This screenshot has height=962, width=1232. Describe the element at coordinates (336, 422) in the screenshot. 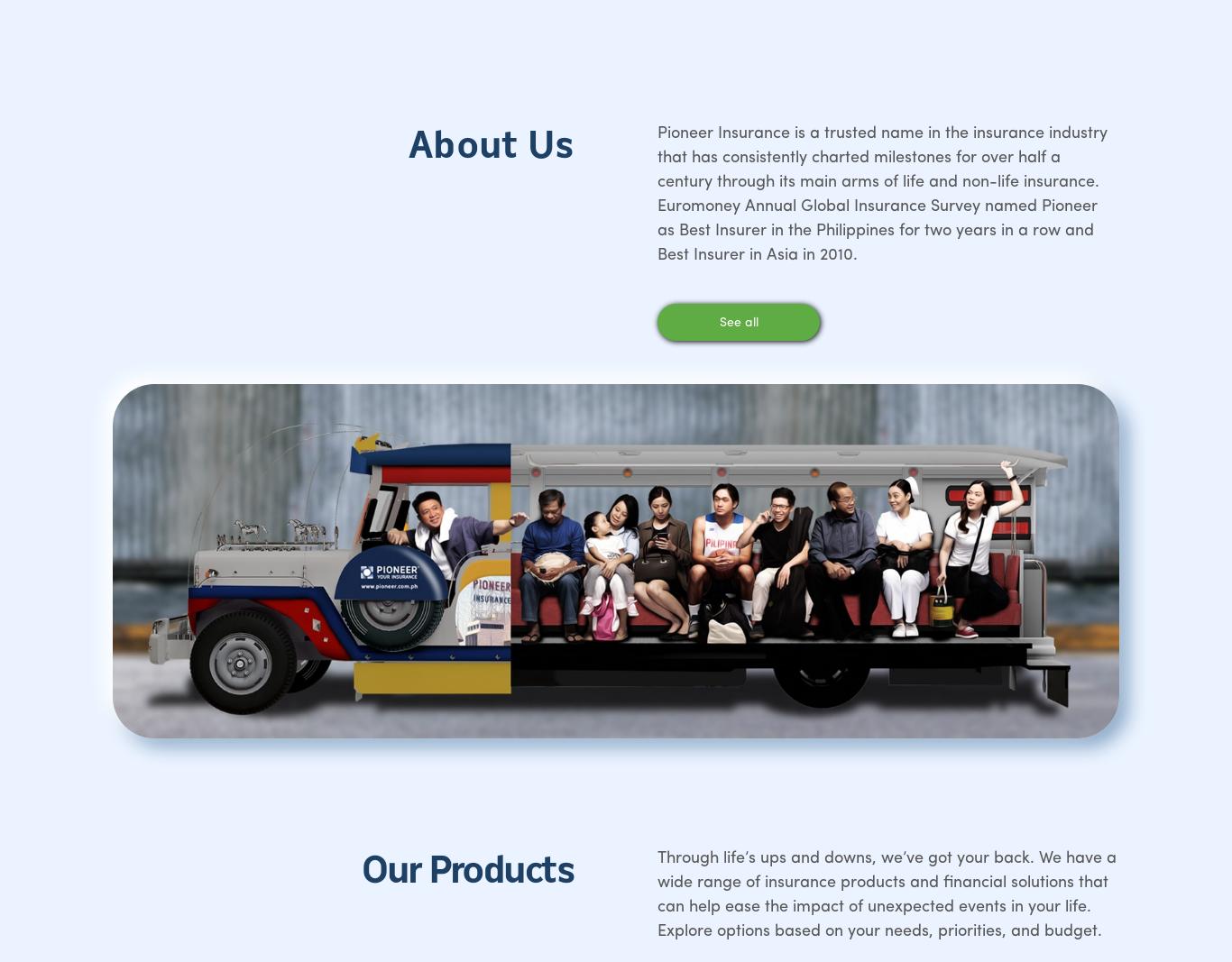

I see `'Branch Directory'` at that location.